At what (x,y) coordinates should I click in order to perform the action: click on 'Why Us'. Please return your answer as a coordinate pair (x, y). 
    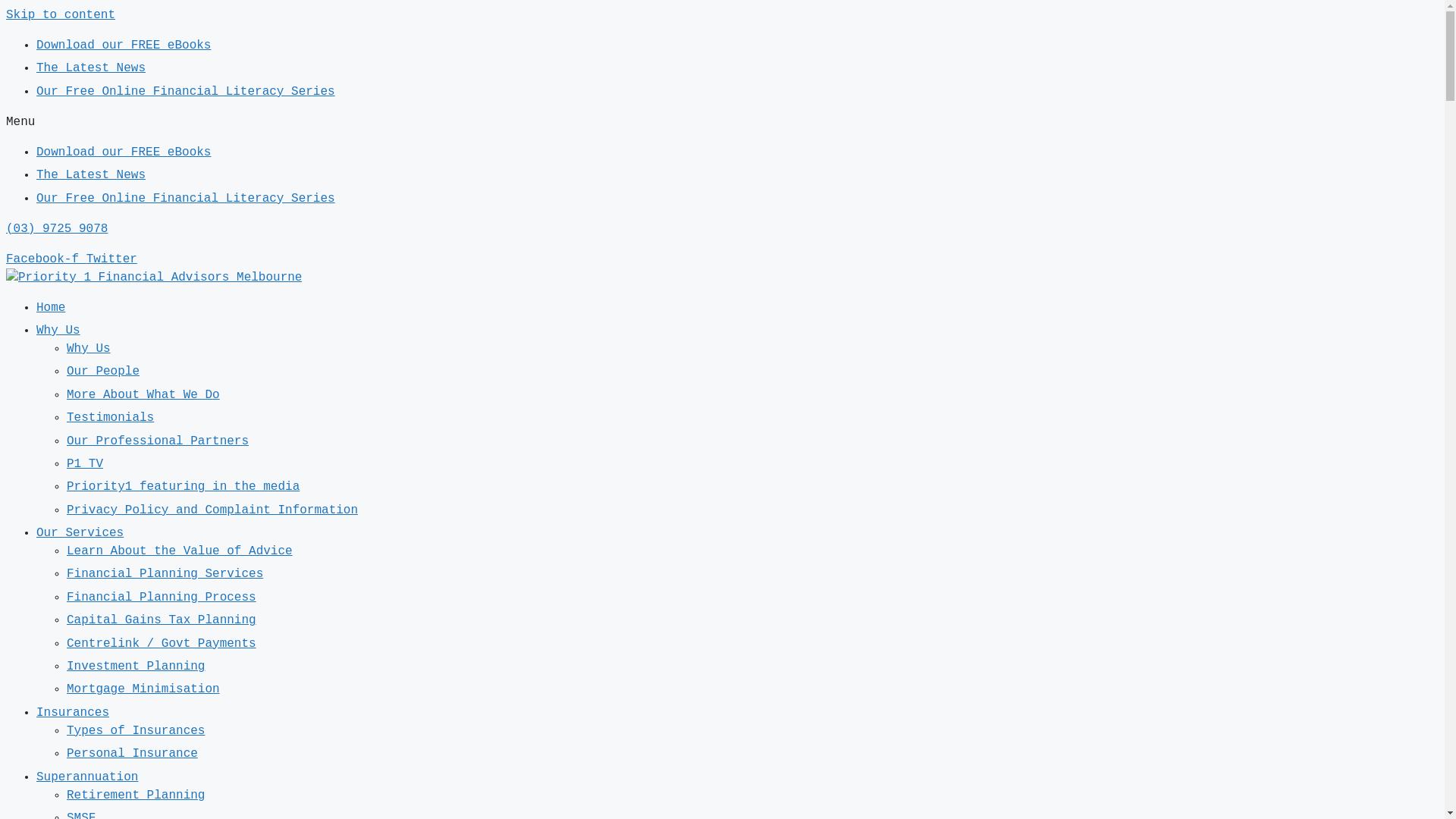
    Looking at the image, I should click on (87, 348).